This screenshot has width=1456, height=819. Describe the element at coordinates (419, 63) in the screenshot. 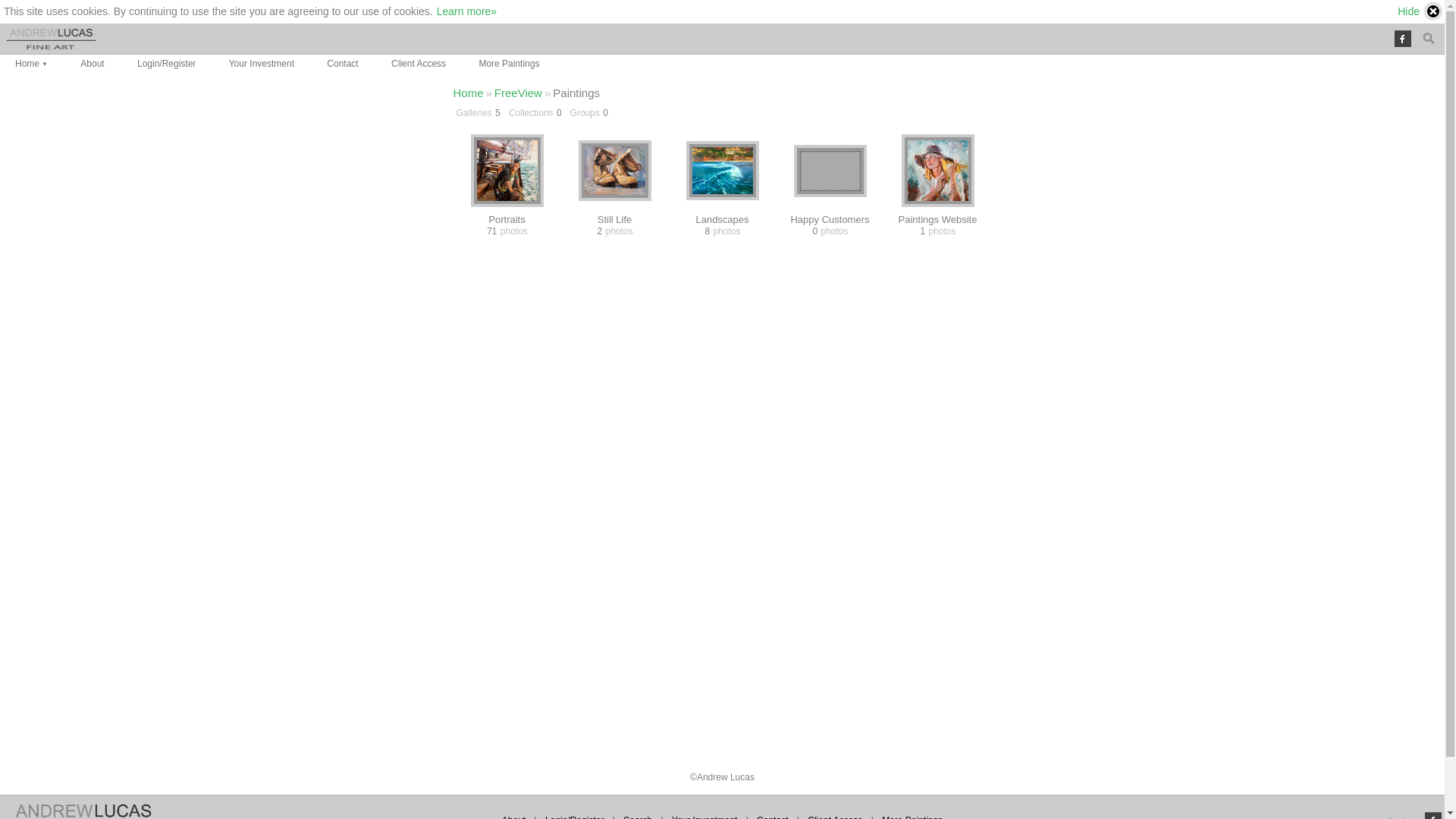

I see `'Client Access'` at that location.